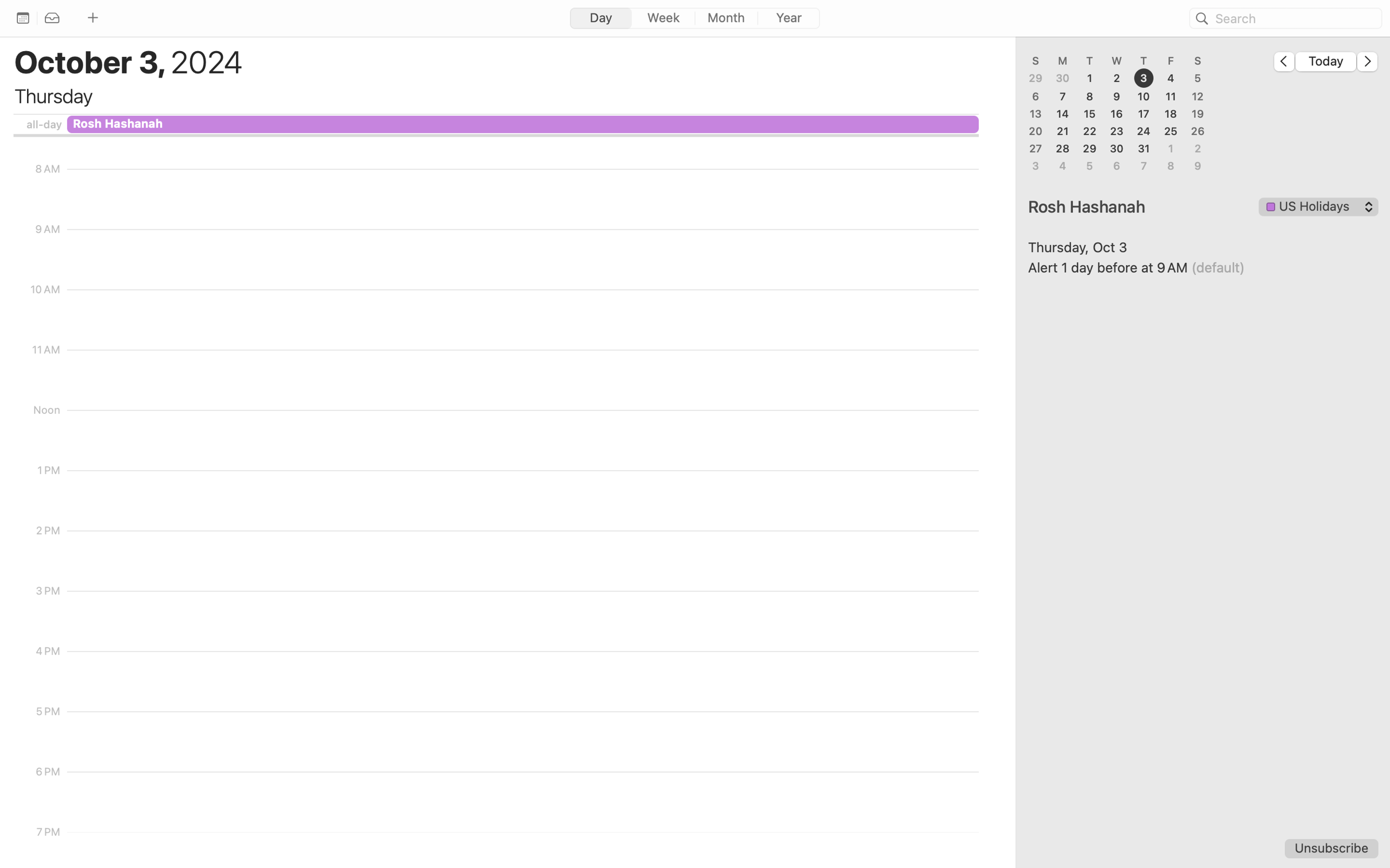  What do you see at coordinates (1117, 113) in the screenshot?
I see `'16'` at bounding box center [1117, 113].